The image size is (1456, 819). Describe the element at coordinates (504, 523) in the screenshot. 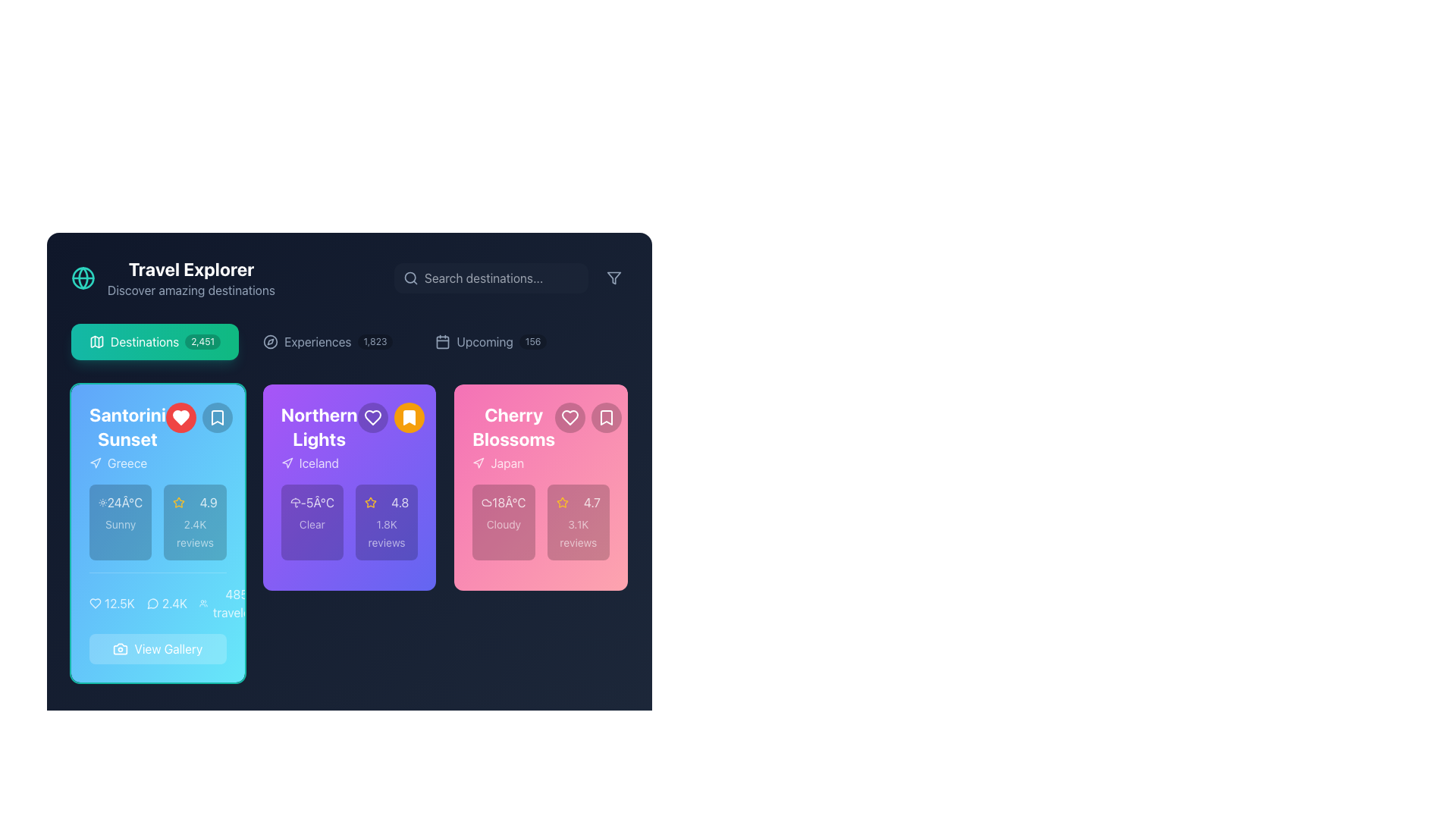

I see `the 'Cloudy' text label located at the bottom-center of the pink 'Cherry Blossoms' card, underneath the '18°C' temperature reading` at that location.